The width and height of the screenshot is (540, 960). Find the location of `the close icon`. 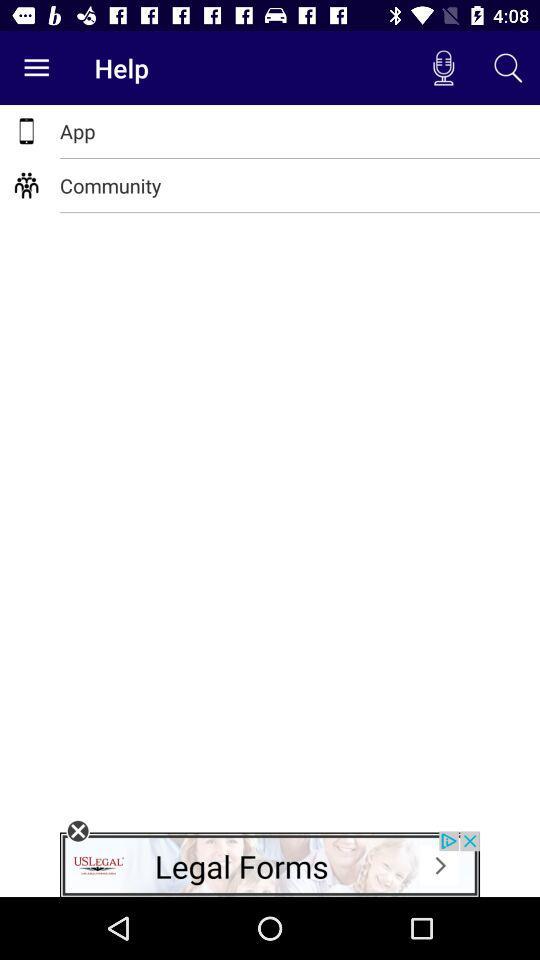

the close icon is located at coordinates (77, 831).